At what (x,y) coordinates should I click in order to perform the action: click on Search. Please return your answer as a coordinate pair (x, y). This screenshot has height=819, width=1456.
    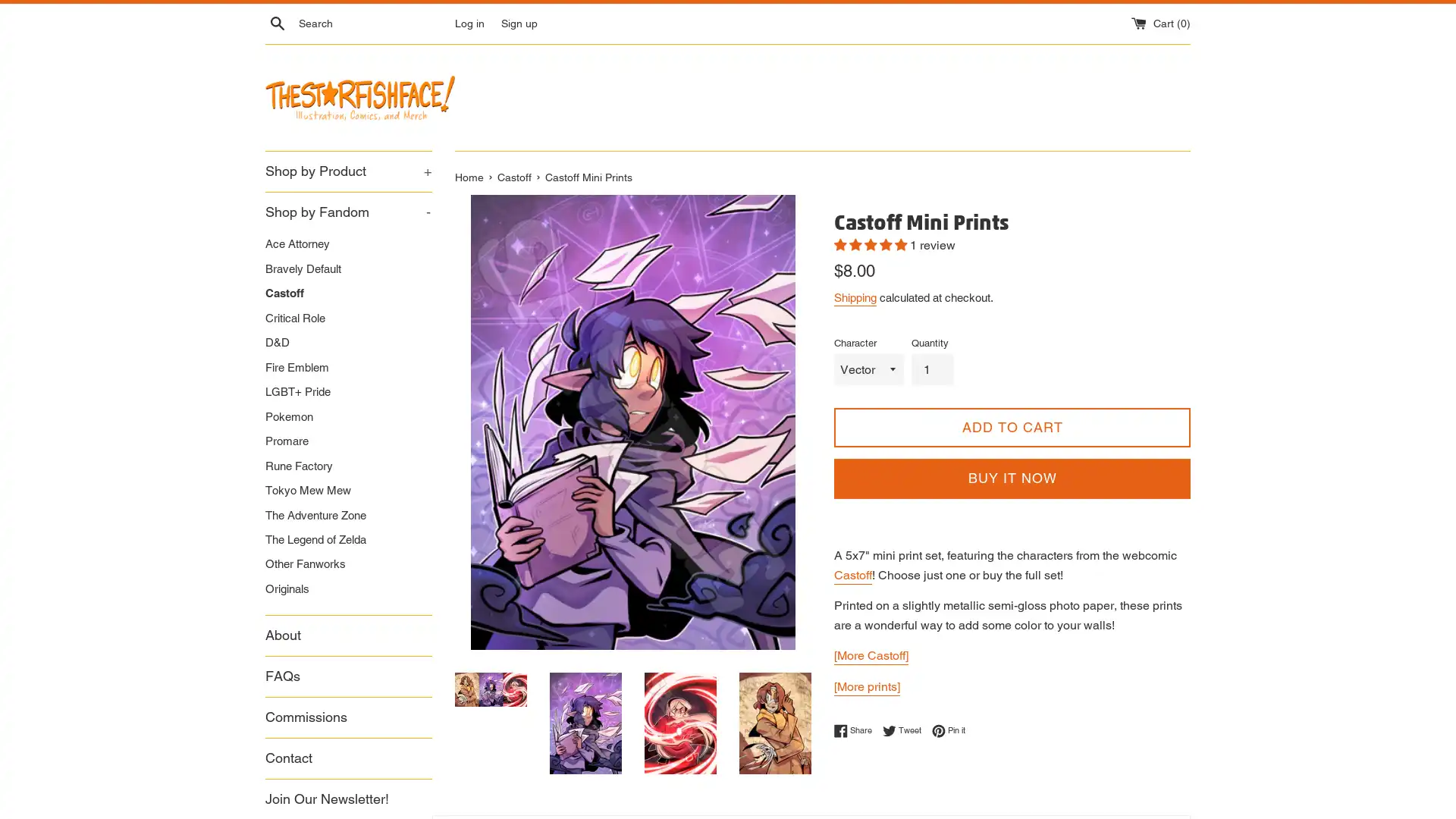
    Looking at the image, I should click on (277, 23).